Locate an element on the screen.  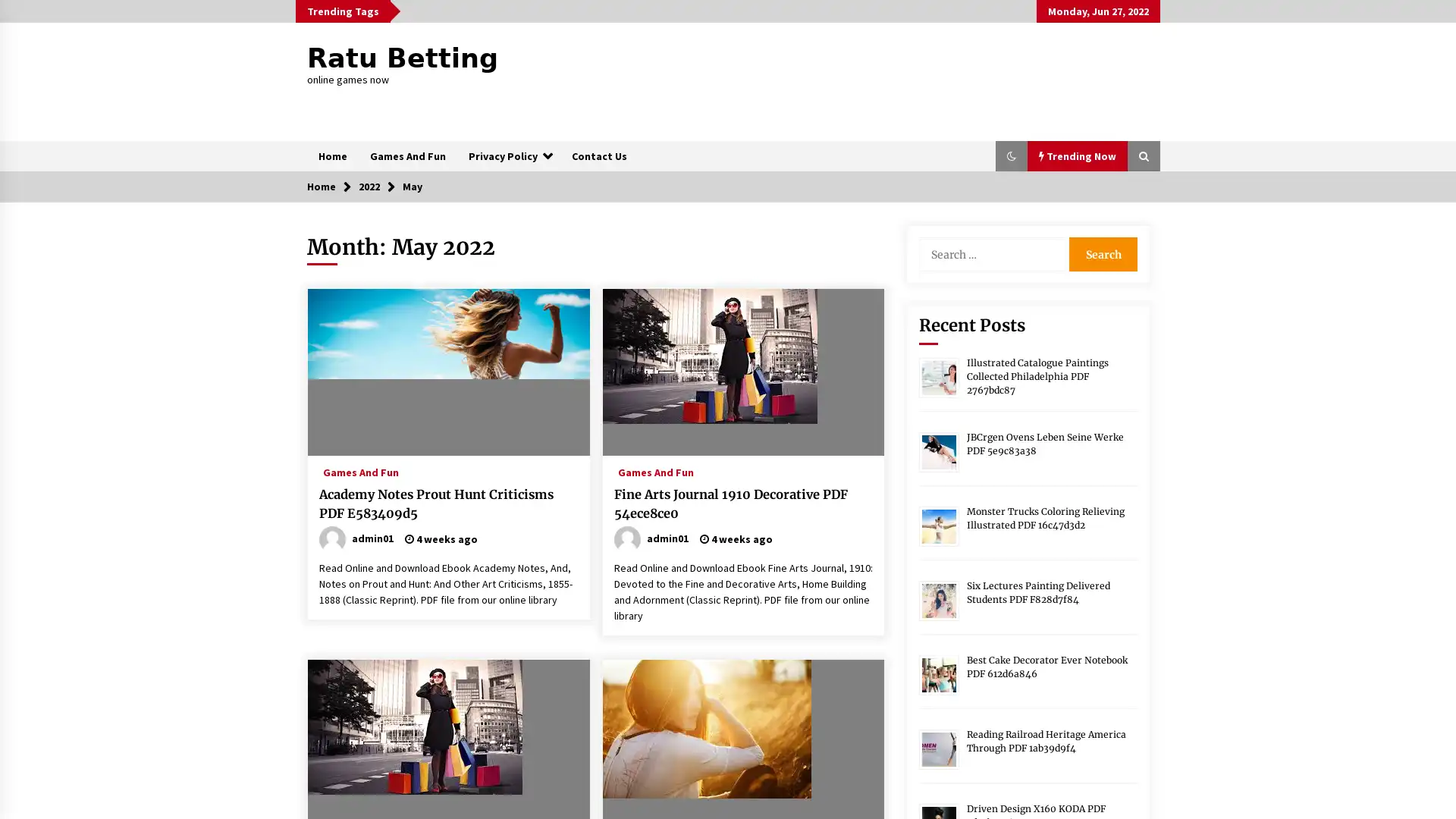
Search is located at coordinates (1103, 253).